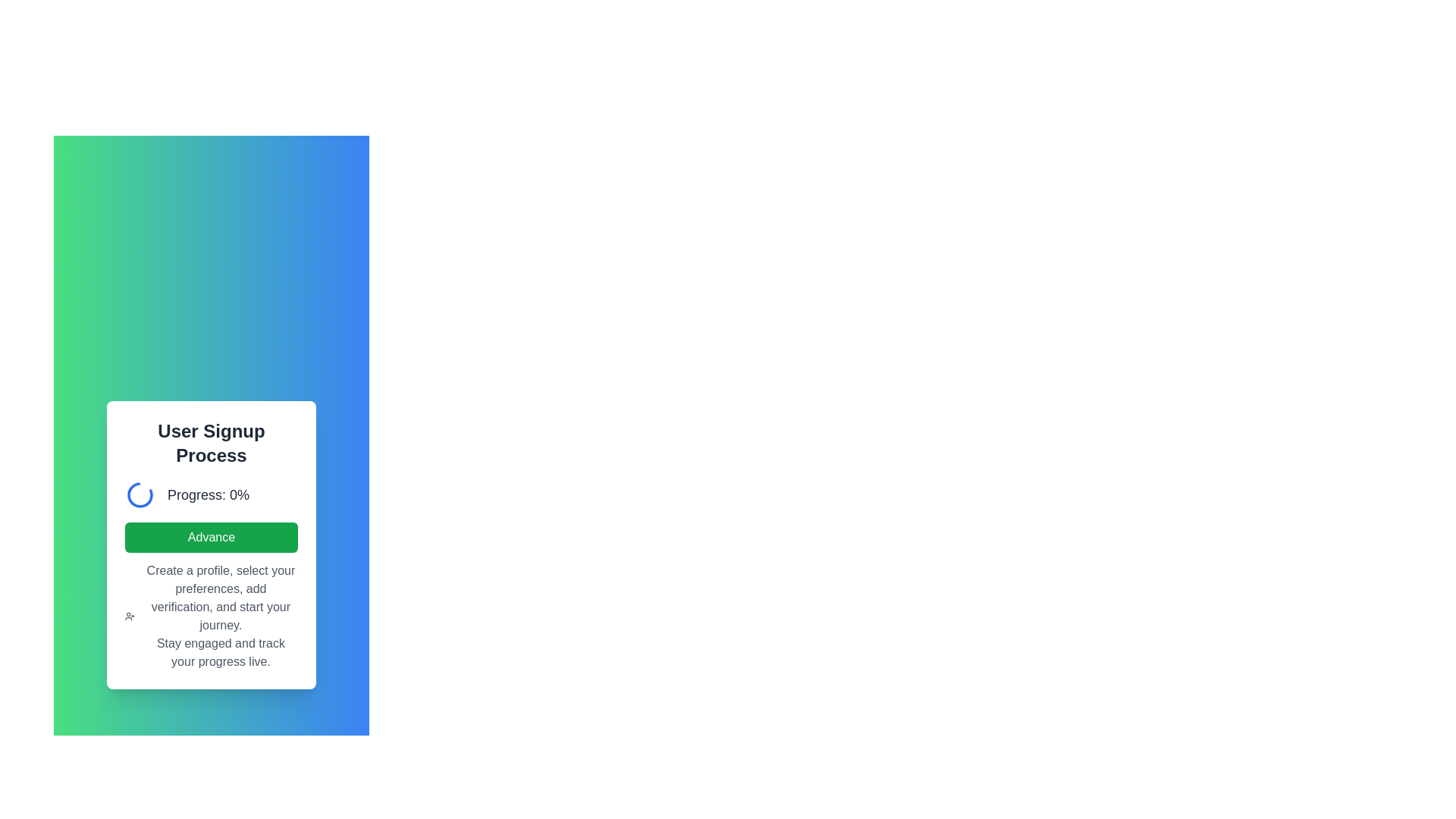  What do you see at coordinates (140, 494) in the screenshot?
I see `the animated icon located at the top-left corner of the white card displaying 'User Signup Process'` at bounding box center [140, 494].